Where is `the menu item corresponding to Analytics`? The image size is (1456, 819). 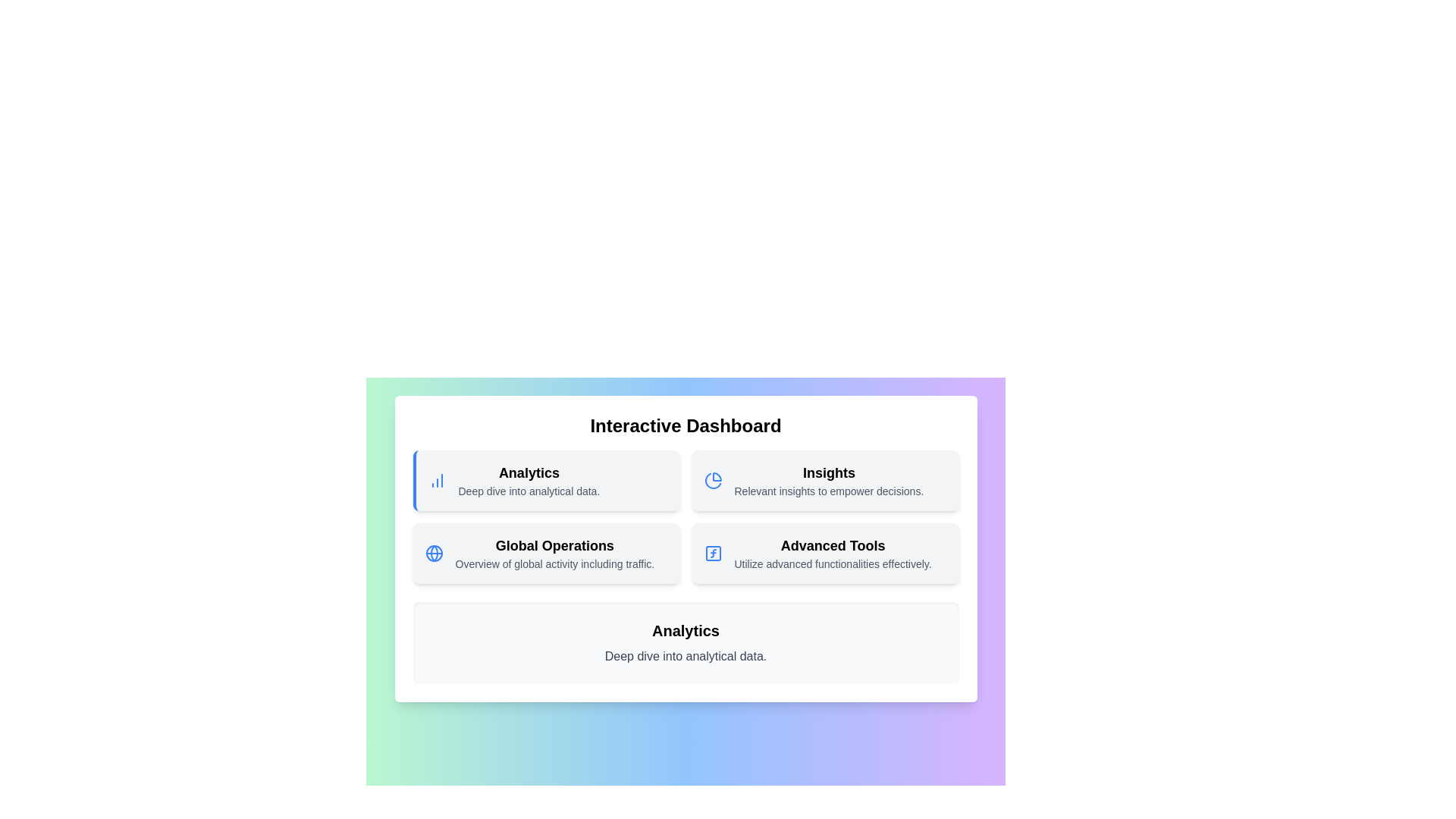 the menu item corresponding to Analytics is located at coordinates (546, 480).